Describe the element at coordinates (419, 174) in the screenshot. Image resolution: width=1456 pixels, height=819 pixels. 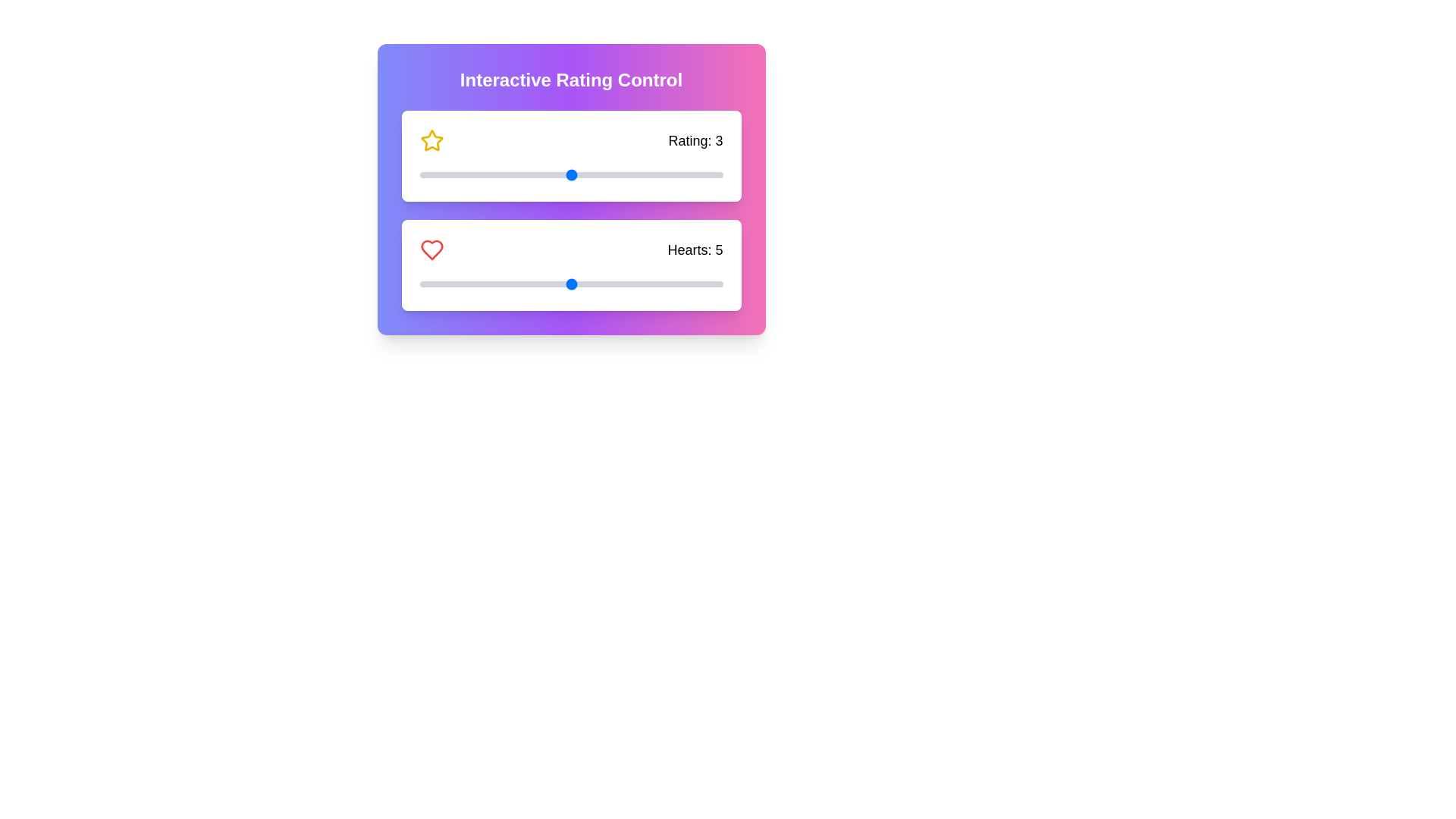
I see `the rating slider to set the value to 1` at that location.